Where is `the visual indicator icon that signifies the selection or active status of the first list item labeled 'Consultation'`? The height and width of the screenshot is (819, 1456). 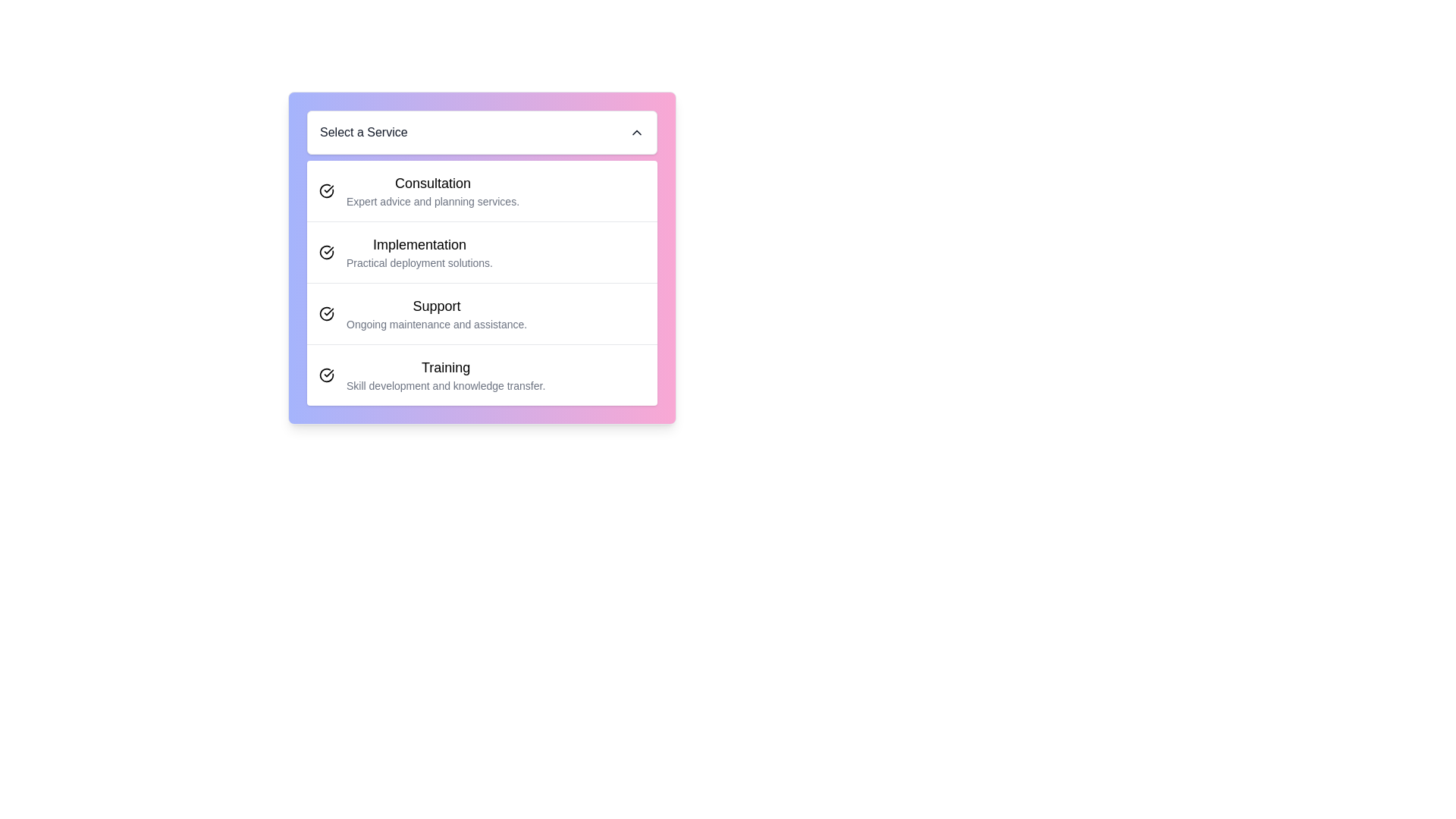
the visual indicator icon that signifies the selection or active status of the first list item labeled 'Consultation' is located at coordinates (326, 190).